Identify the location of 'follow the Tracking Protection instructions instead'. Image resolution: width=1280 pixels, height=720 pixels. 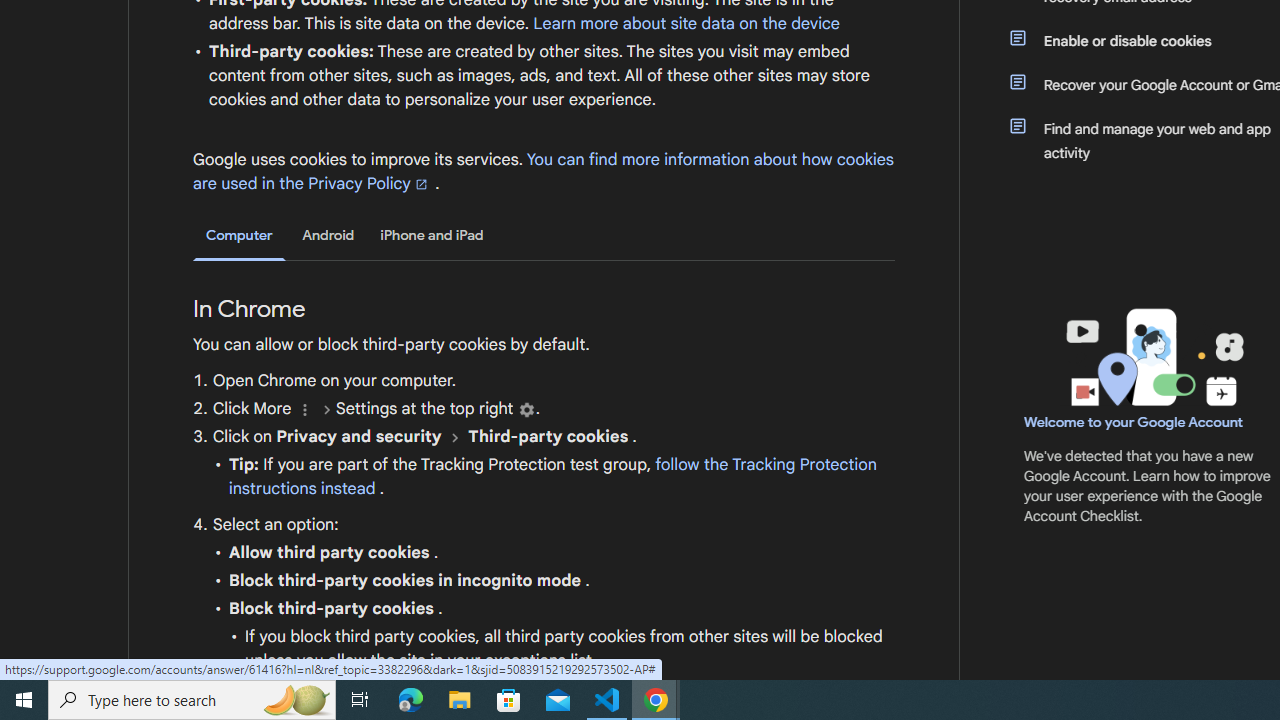
(552, 477).